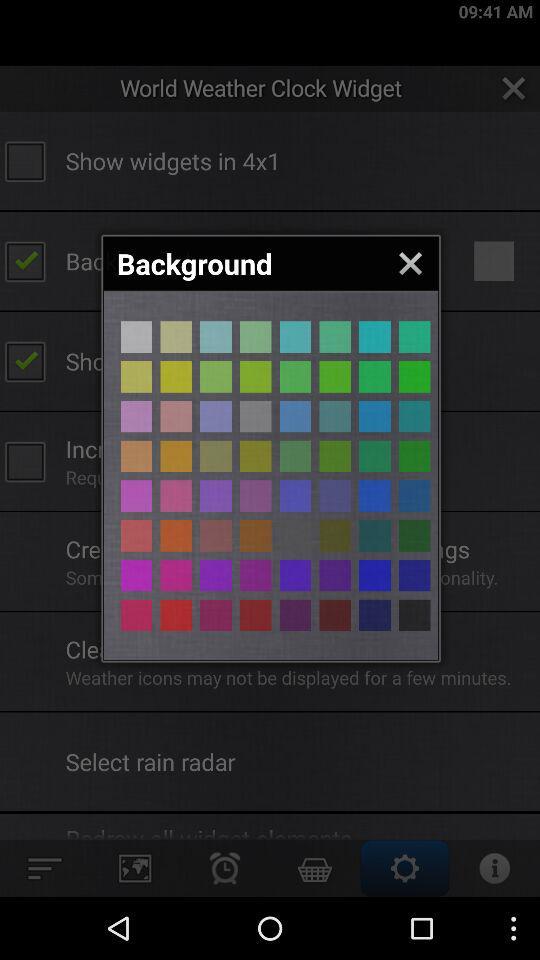 The image size is (540, 960). Describe the element at coordinates (374, 575) in the screenshot. I see `backround button` at that location.